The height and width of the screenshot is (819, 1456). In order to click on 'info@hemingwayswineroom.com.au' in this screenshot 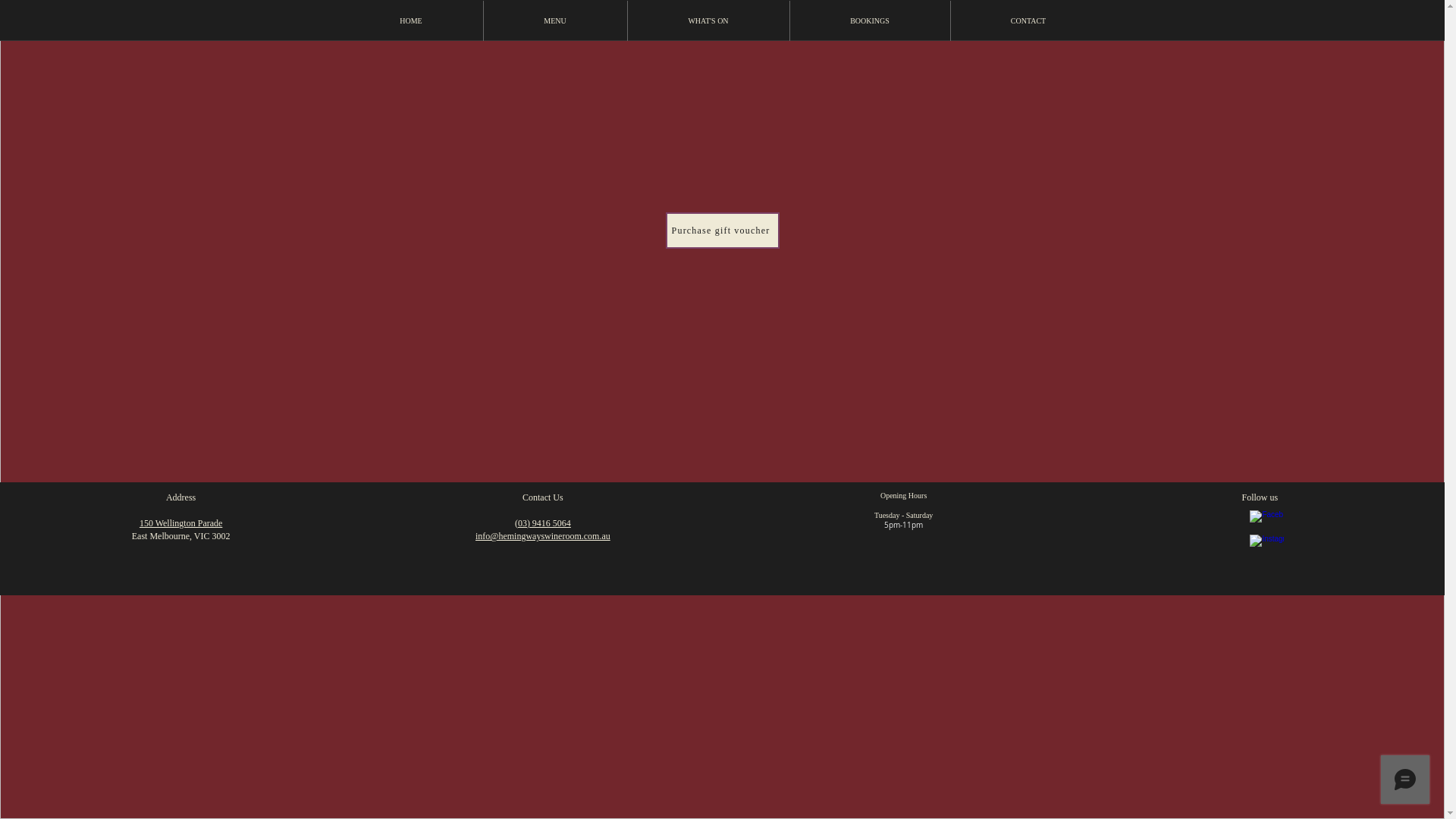, I will do `click(542, 535)`.